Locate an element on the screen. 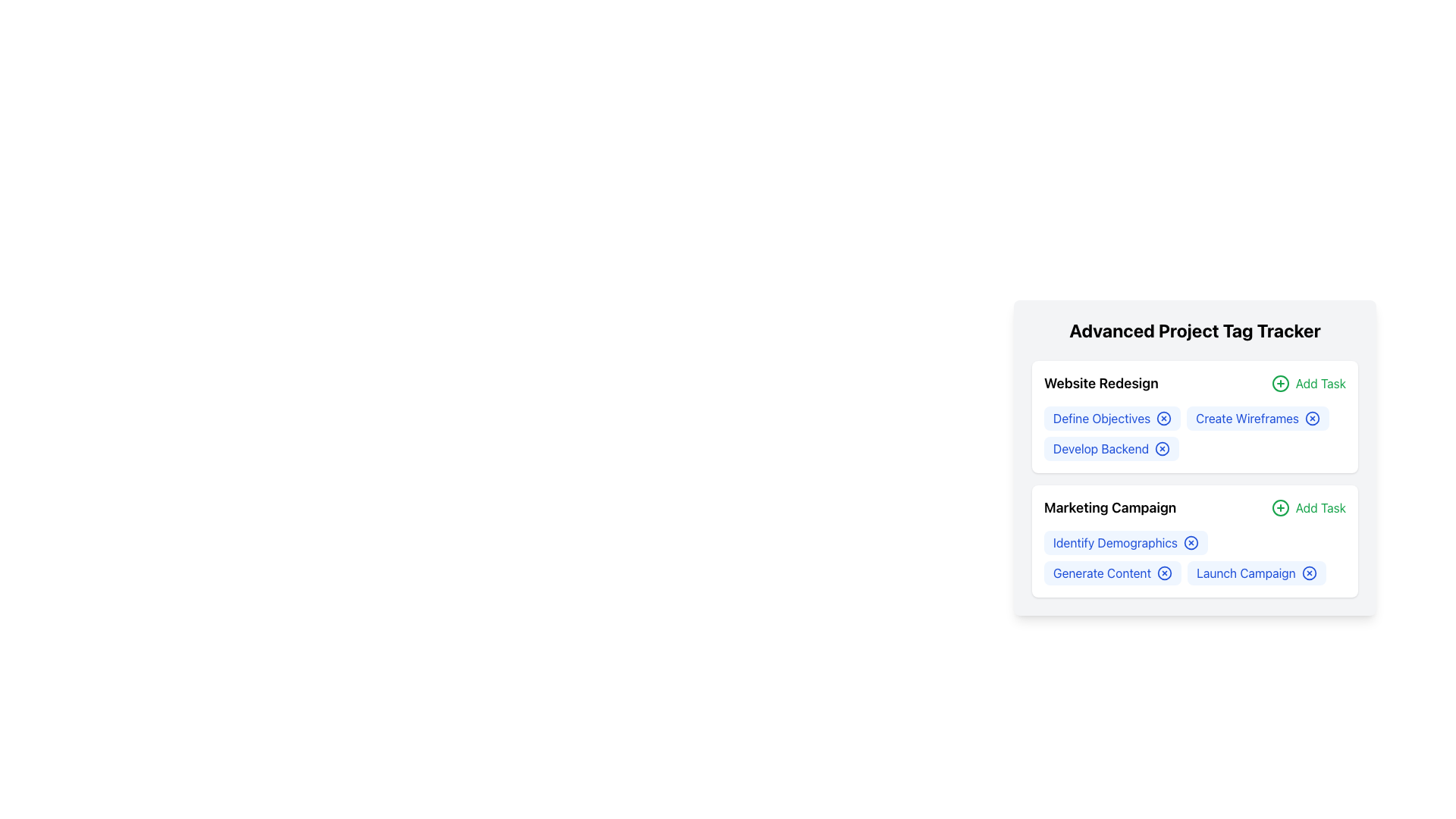 Image resolution: width=1456 pixels, height=819 pixels. the 'Identify Demographics' button, which is the first button in the 'Marketing Campaign' section is located at coordinates (1125, 542).